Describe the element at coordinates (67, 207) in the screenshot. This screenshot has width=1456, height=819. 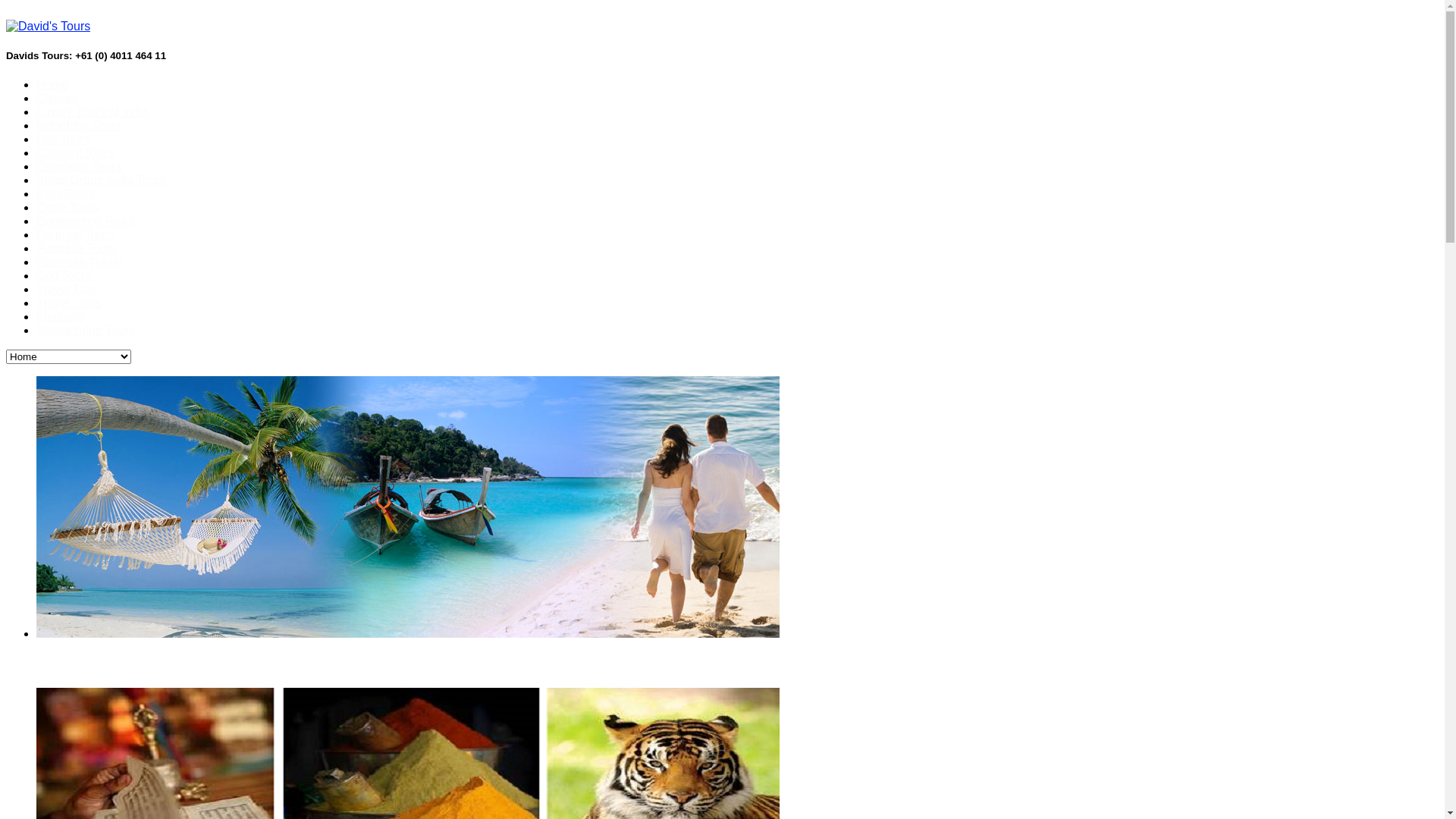
I see `'Cycle Tours'` at that location.